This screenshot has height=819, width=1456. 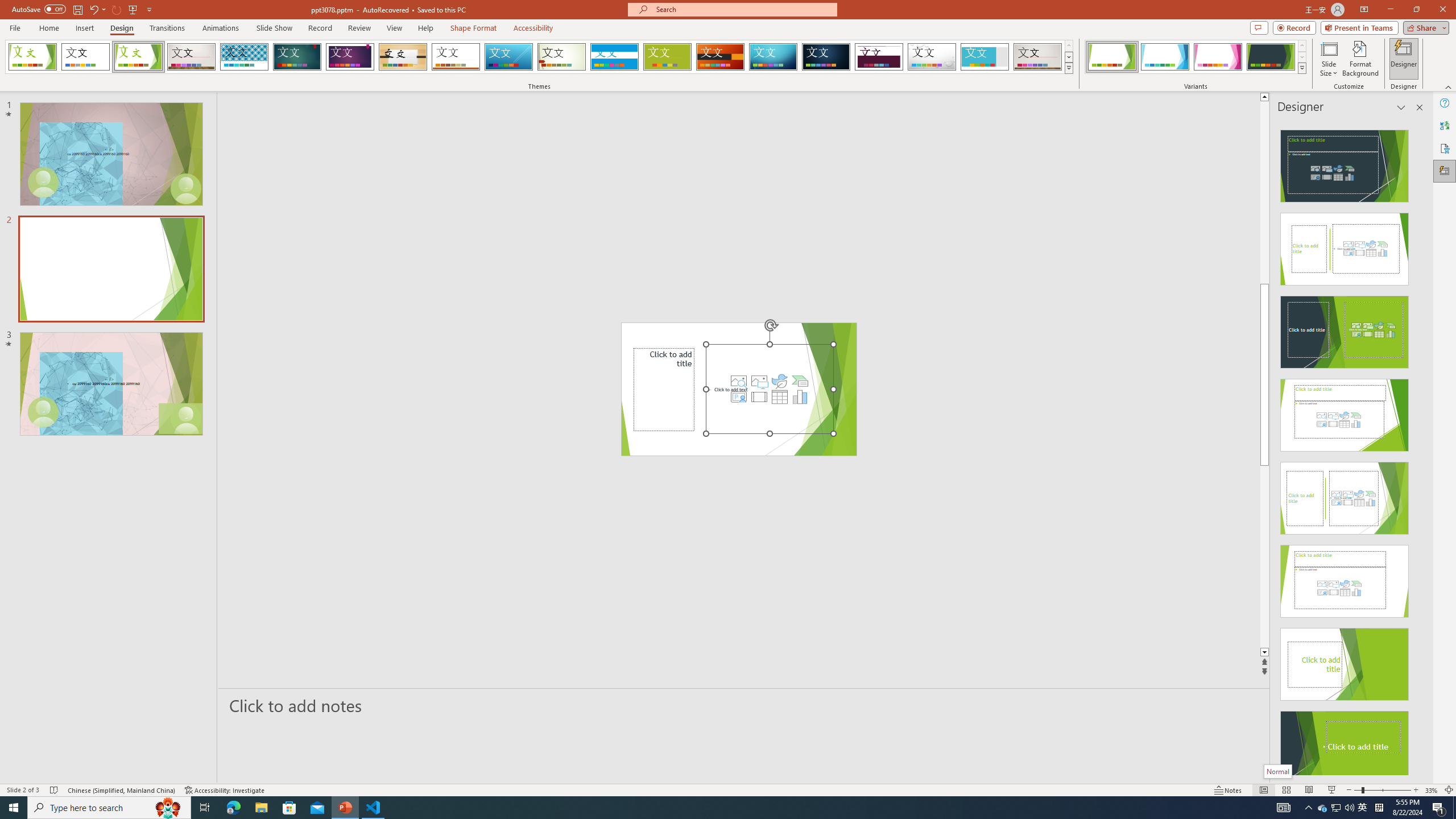 What do you see at coordinates (769, 388) in the screenshot?
I see `'Content Placeholder'` at bounding box center [769, 388].